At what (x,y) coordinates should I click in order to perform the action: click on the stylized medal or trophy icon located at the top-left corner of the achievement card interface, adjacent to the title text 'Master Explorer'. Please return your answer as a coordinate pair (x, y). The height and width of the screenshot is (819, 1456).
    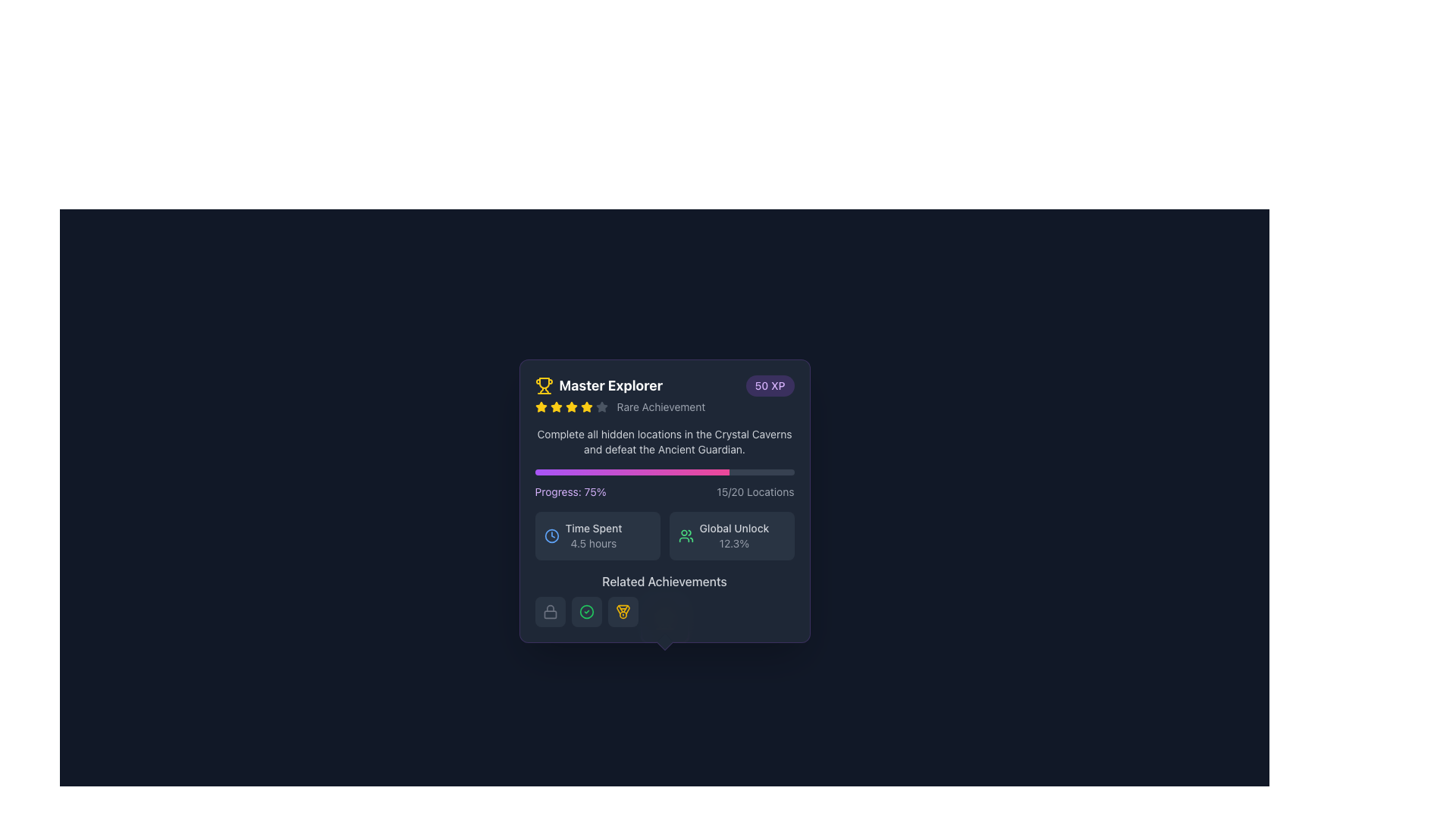
    Looking at the image, I should click on (623, 609).